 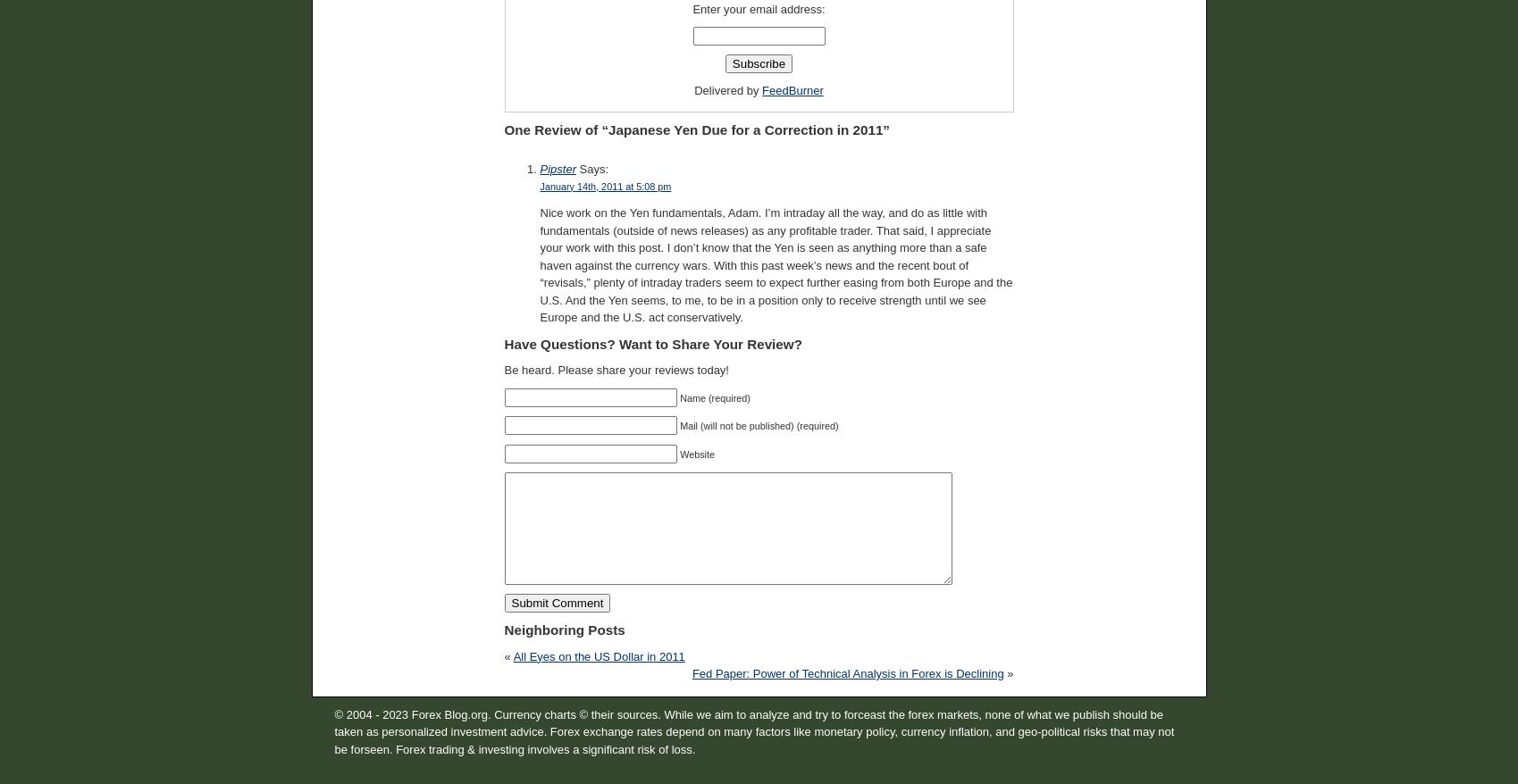 What do you see at coordinates (696, 129) in the screenshot?
I see `'One Review of “Japanese Yen Due for a Correction in 2011”'` at bounding box center [696, 129].